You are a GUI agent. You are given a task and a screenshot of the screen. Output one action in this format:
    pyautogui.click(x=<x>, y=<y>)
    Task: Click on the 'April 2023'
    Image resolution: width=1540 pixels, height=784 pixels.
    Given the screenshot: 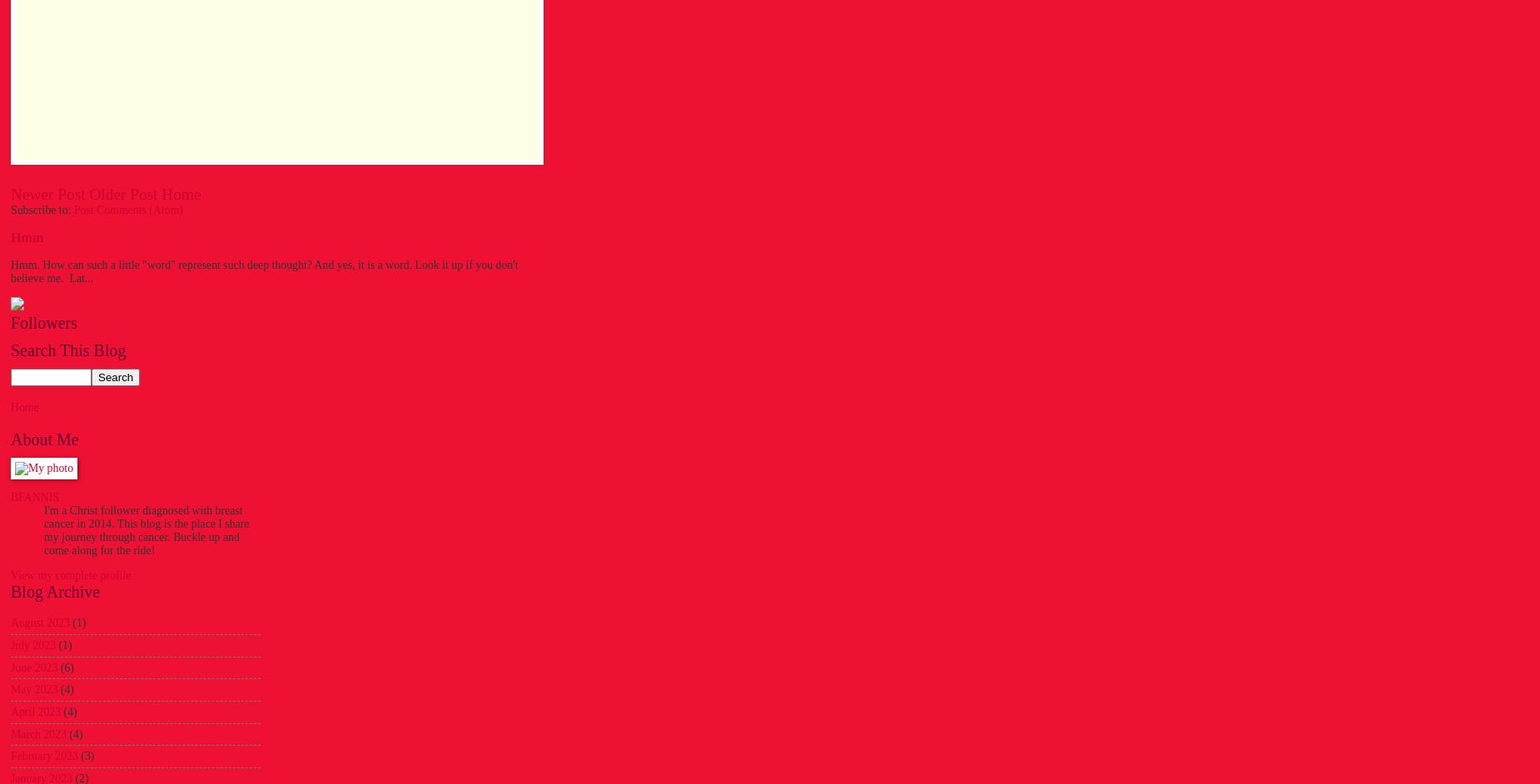 What is the action you would take?
    pyautogui.click(x=34, y=711)
    